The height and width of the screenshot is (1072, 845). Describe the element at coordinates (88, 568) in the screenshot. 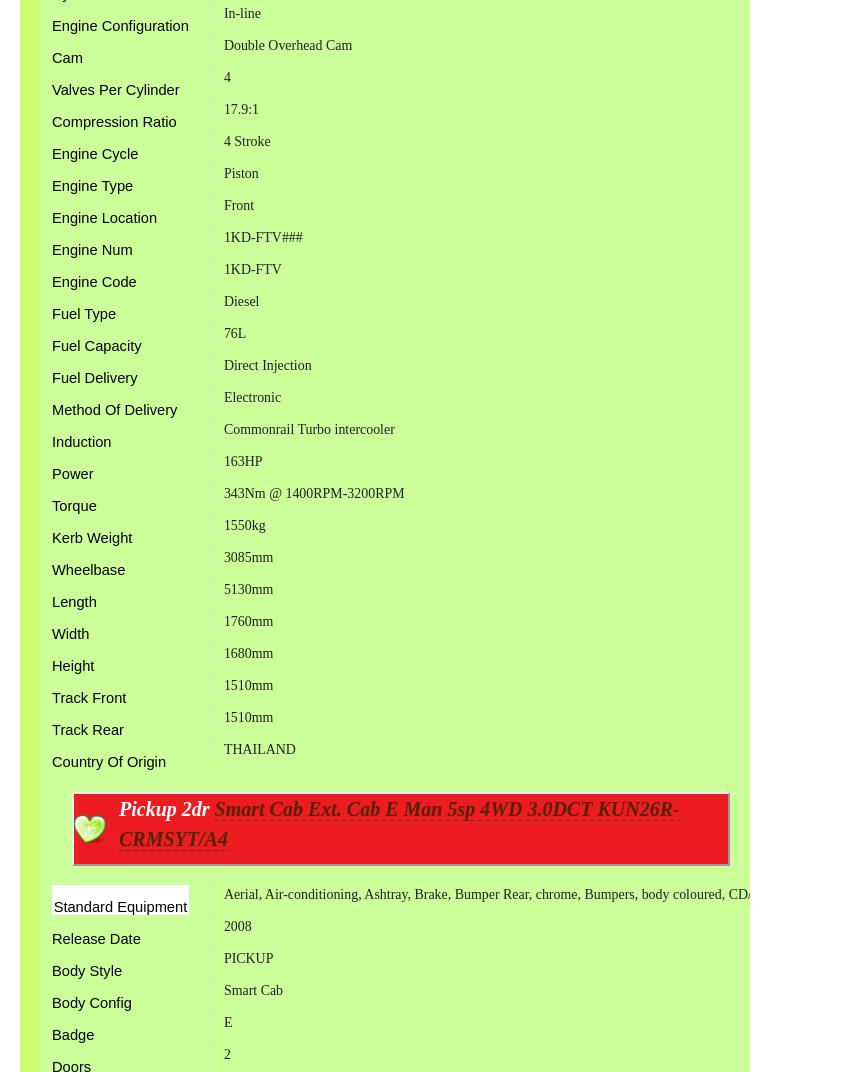

I see `'Wheelbase'` at that location.